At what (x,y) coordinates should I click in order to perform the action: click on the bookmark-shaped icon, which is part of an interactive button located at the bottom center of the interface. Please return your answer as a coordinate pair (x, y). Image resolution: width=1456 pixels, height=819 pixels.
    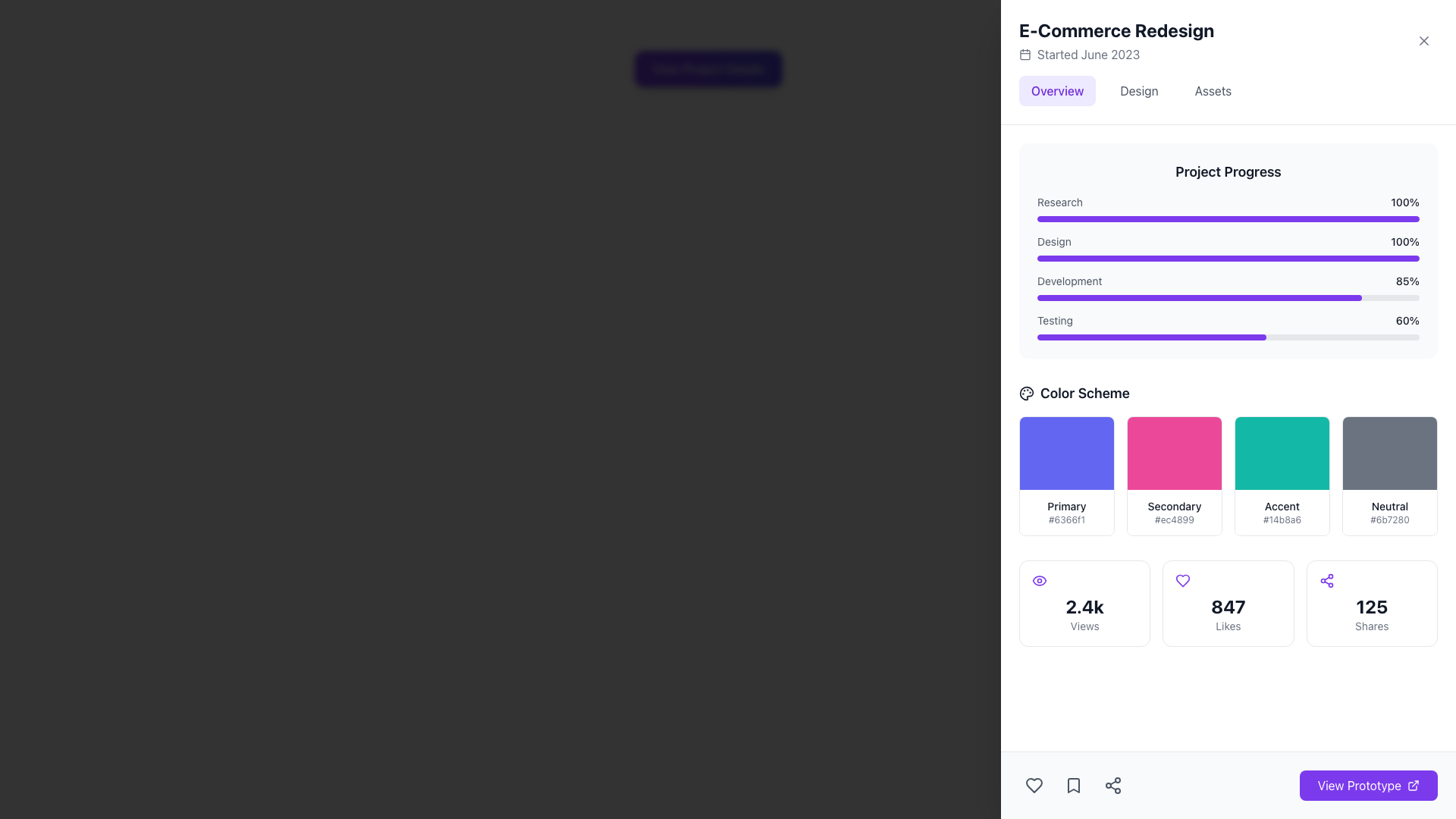
    Looking at the image, I should click on (1073, 785).